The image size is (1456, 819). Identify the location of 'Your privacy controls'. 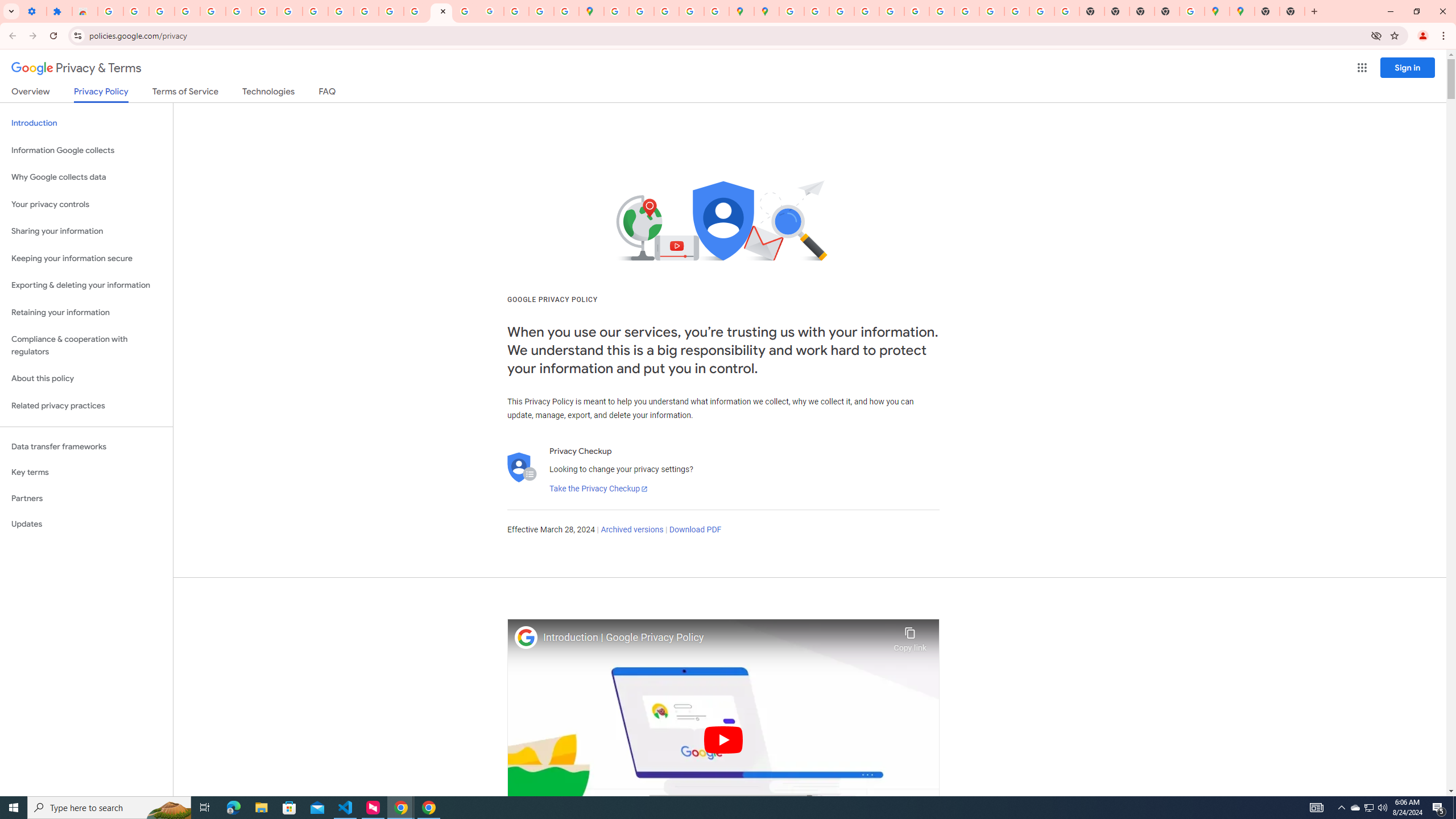
(86, 205).